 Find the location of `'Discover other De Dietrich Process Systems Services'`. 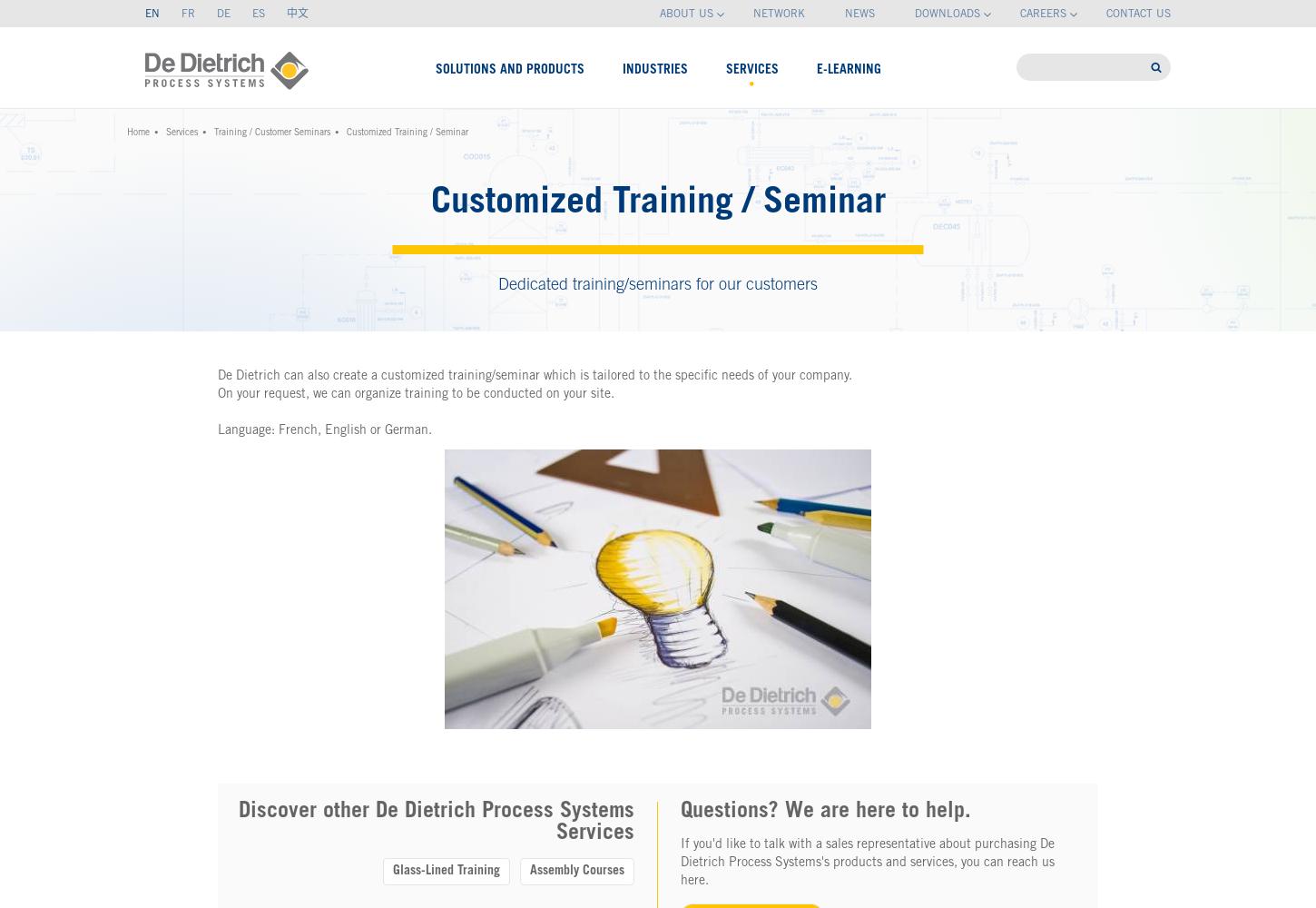

'Discover other De Dietrich Process Systems Services' is located at coordinates (435, 824).